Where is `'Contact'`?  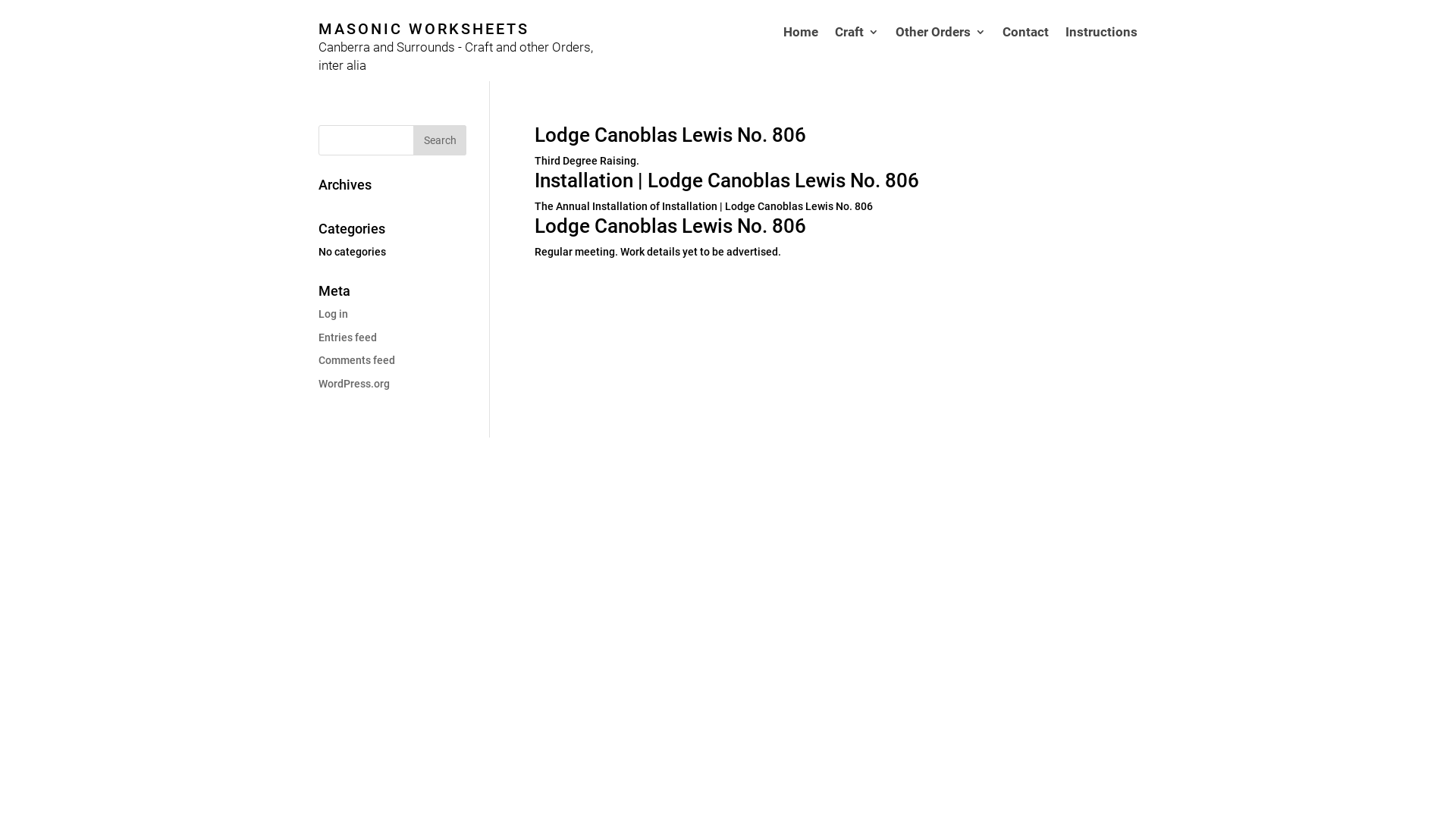 'Contact' is located at coordinates (1002, 52).